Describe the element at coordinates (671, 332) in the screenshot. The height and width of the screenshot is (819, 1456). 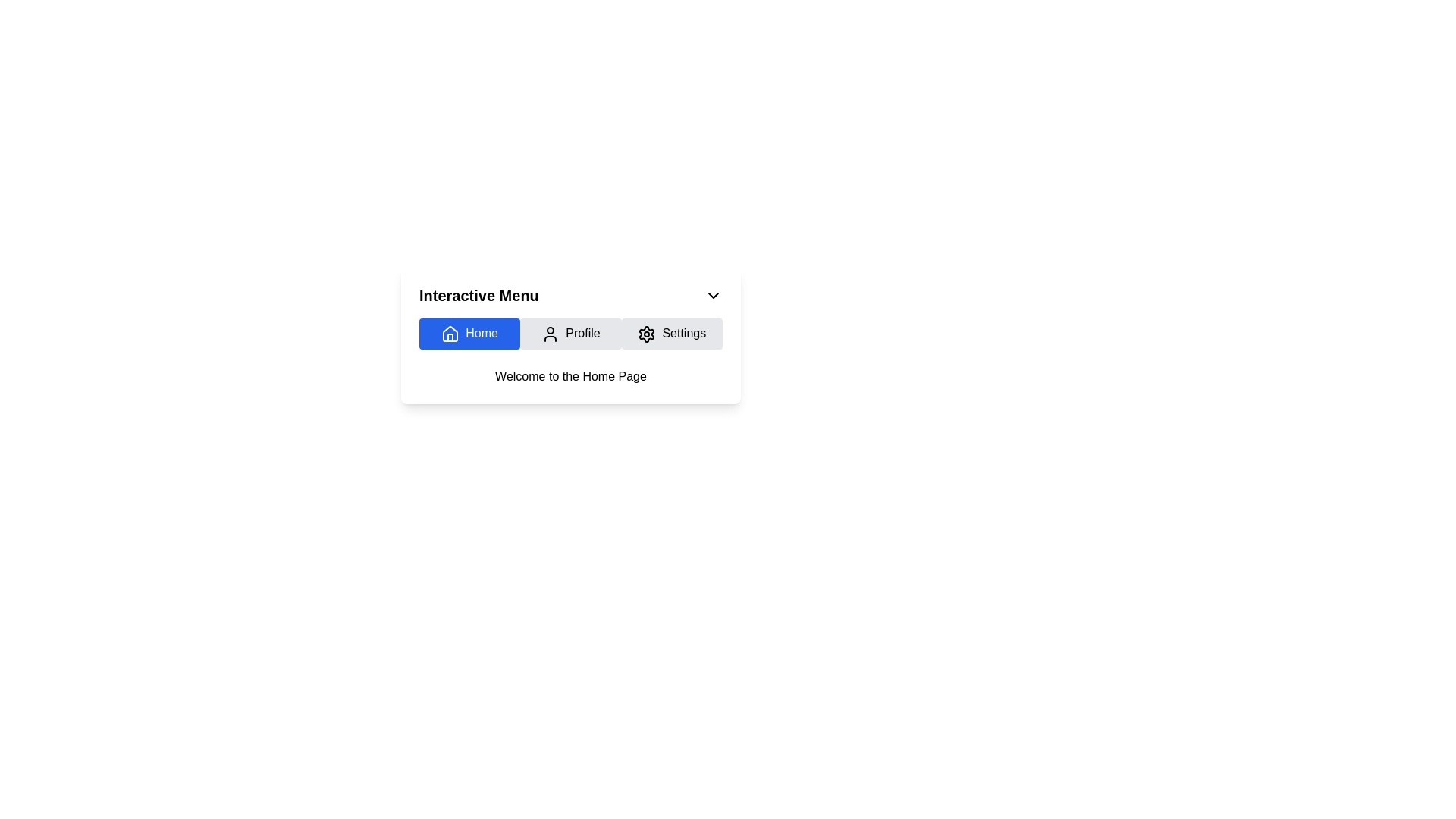
I see `the 'Settings' button, which is a rectangular button with rounded corners and a gray background, located to the right of the 'Profile' button in the horizontal menu bar` at that location.